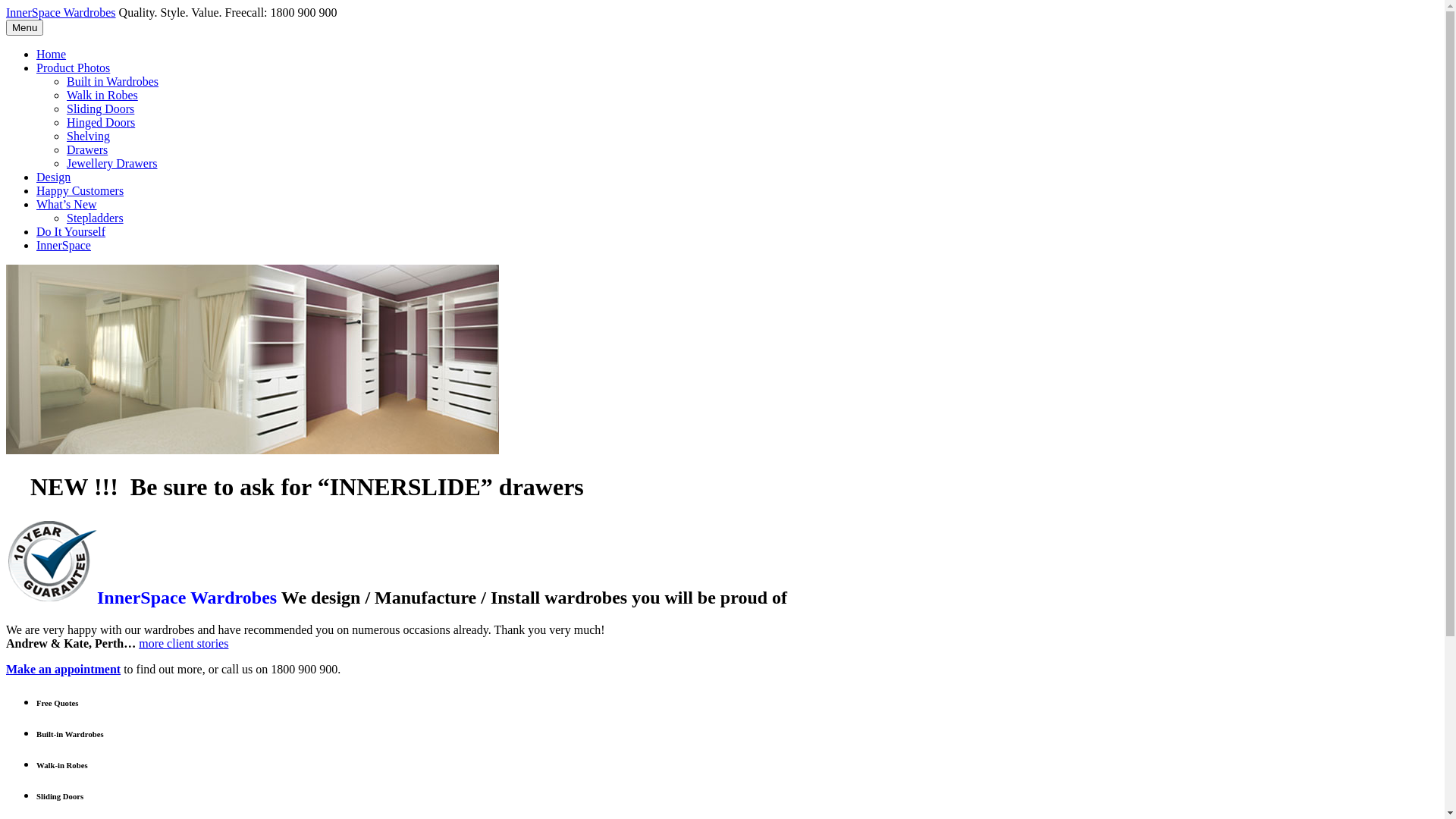 The height and width of the screenshot is (819, 1456). I want to click on 'Jewellery Drawers', so click(65, 163).